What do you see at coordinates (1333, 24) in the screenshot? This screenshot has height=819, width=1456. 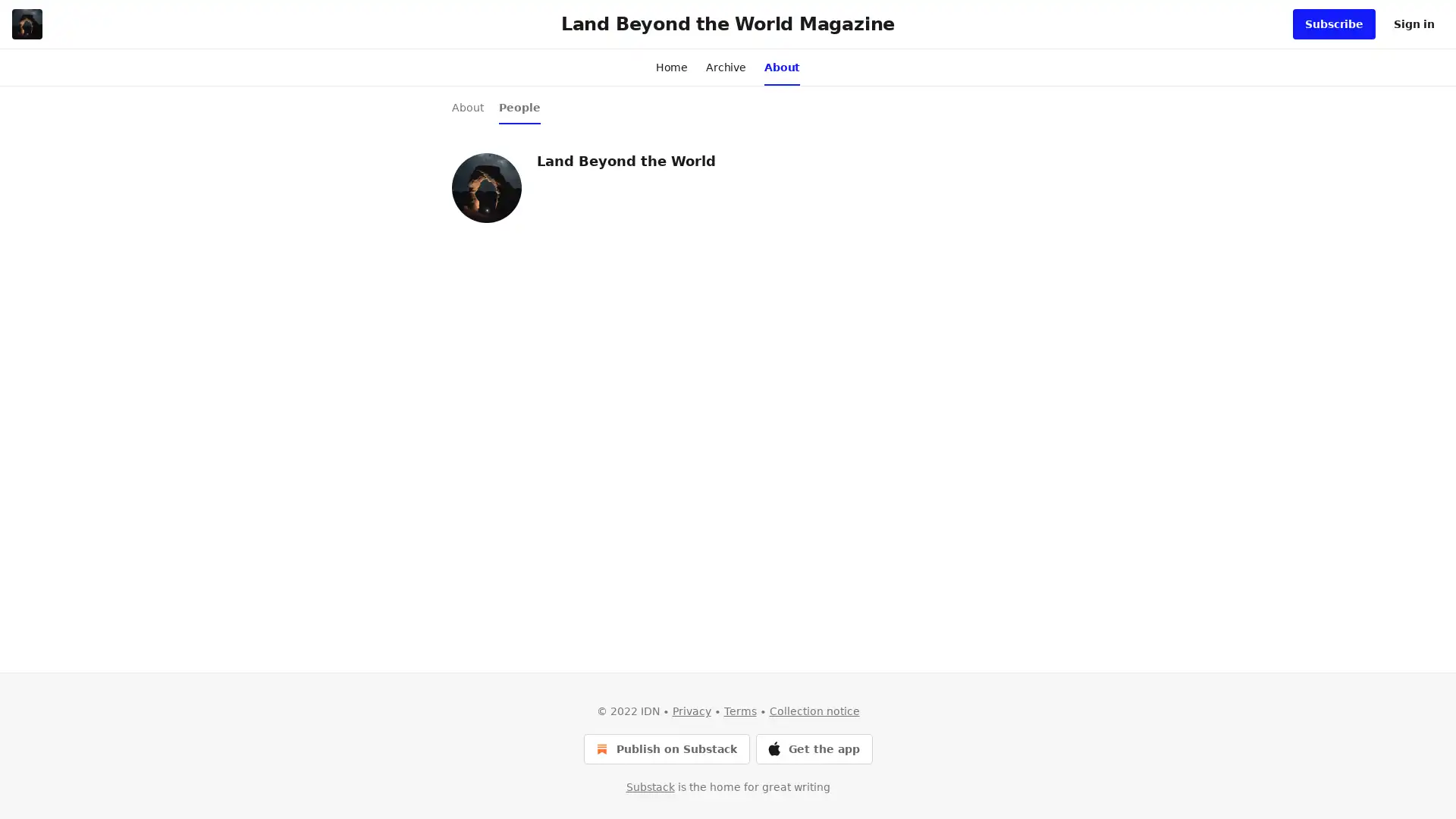 I see `Subscribe` at bounding box center [1333, 24].